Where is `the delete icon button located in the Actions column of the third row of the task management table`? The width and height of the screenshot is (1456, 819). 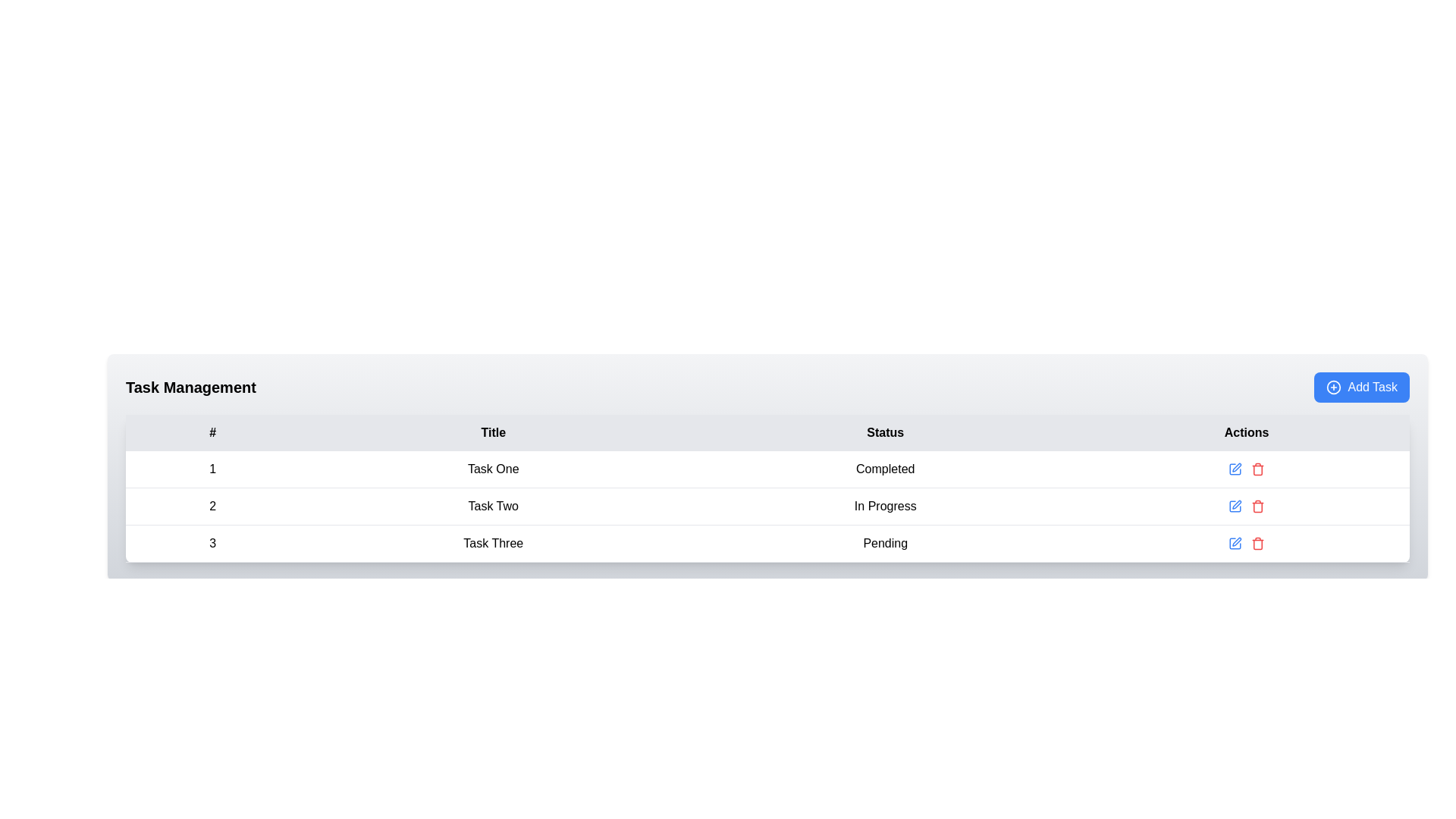 the delete icon button located in the Actions column of the third row of the task management table is located at coordinates (1258, 506).